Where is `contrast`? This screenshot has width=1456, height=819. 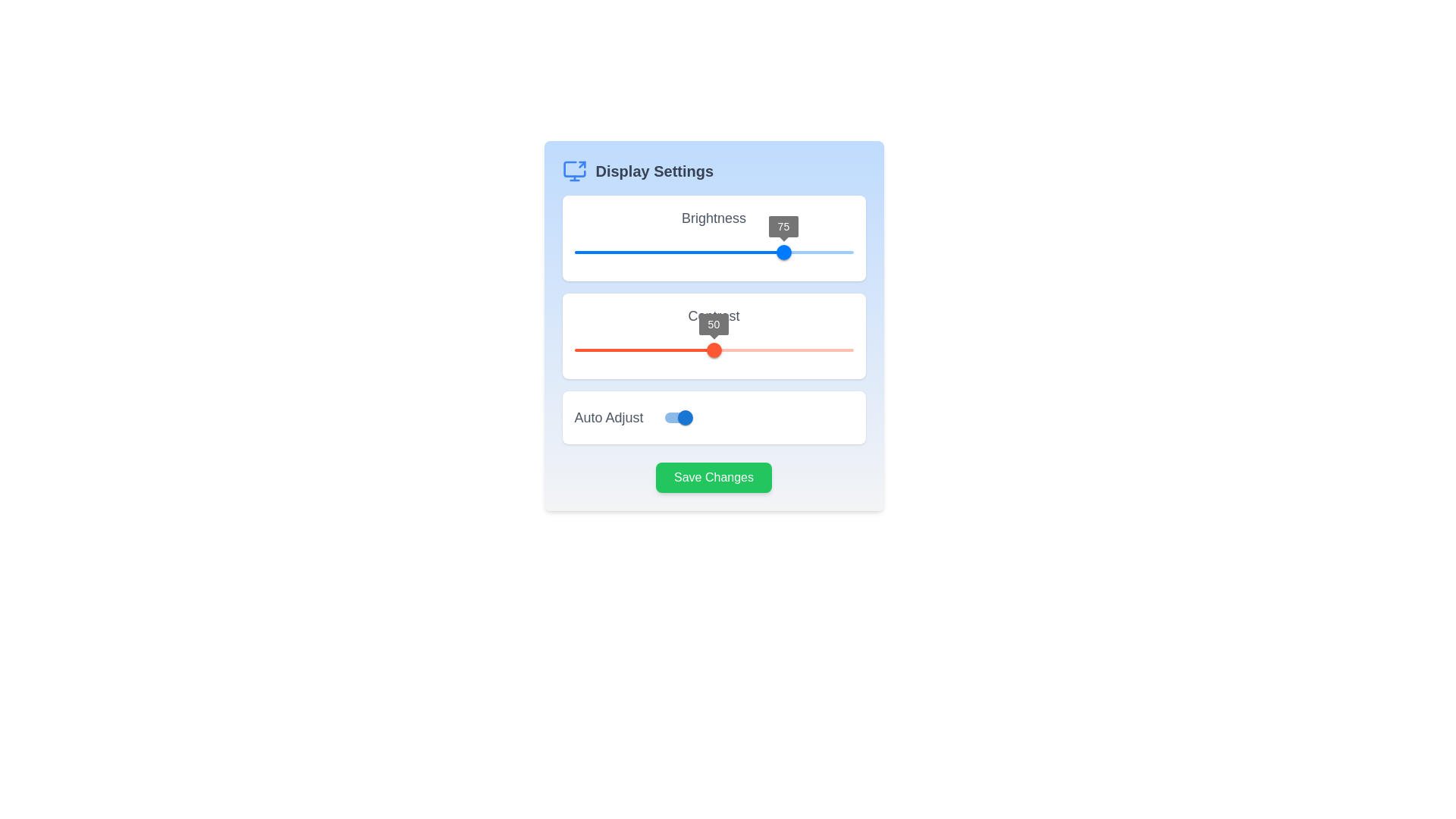 contrast is located at coordinates (616, 350).